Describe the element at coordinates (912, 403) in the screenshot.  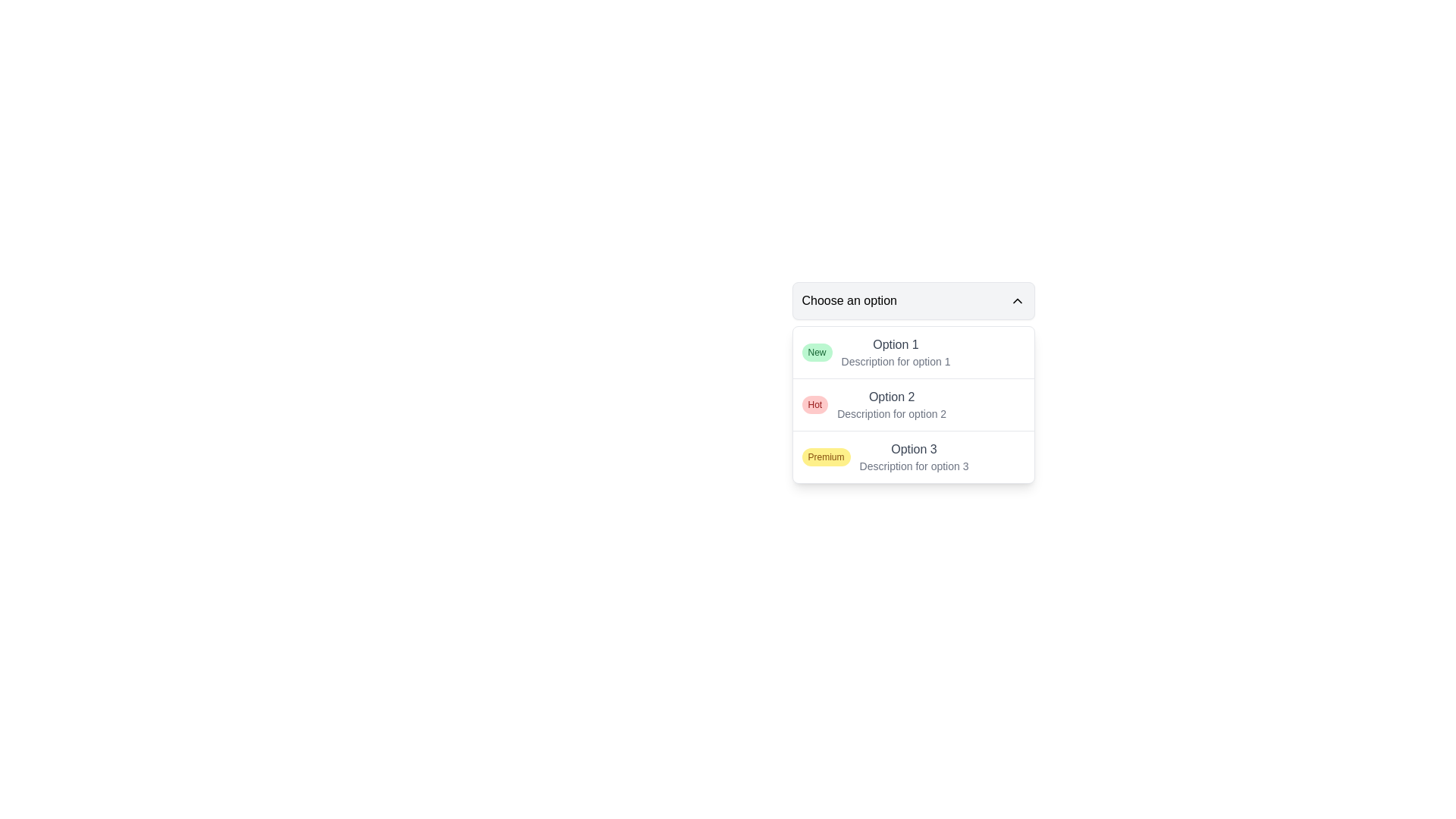
I see `the dropdown menu located below the text 'Choose an option', which features a white background, rounded corners, and shadow effects with multiple labeled options and category badges` at that location.